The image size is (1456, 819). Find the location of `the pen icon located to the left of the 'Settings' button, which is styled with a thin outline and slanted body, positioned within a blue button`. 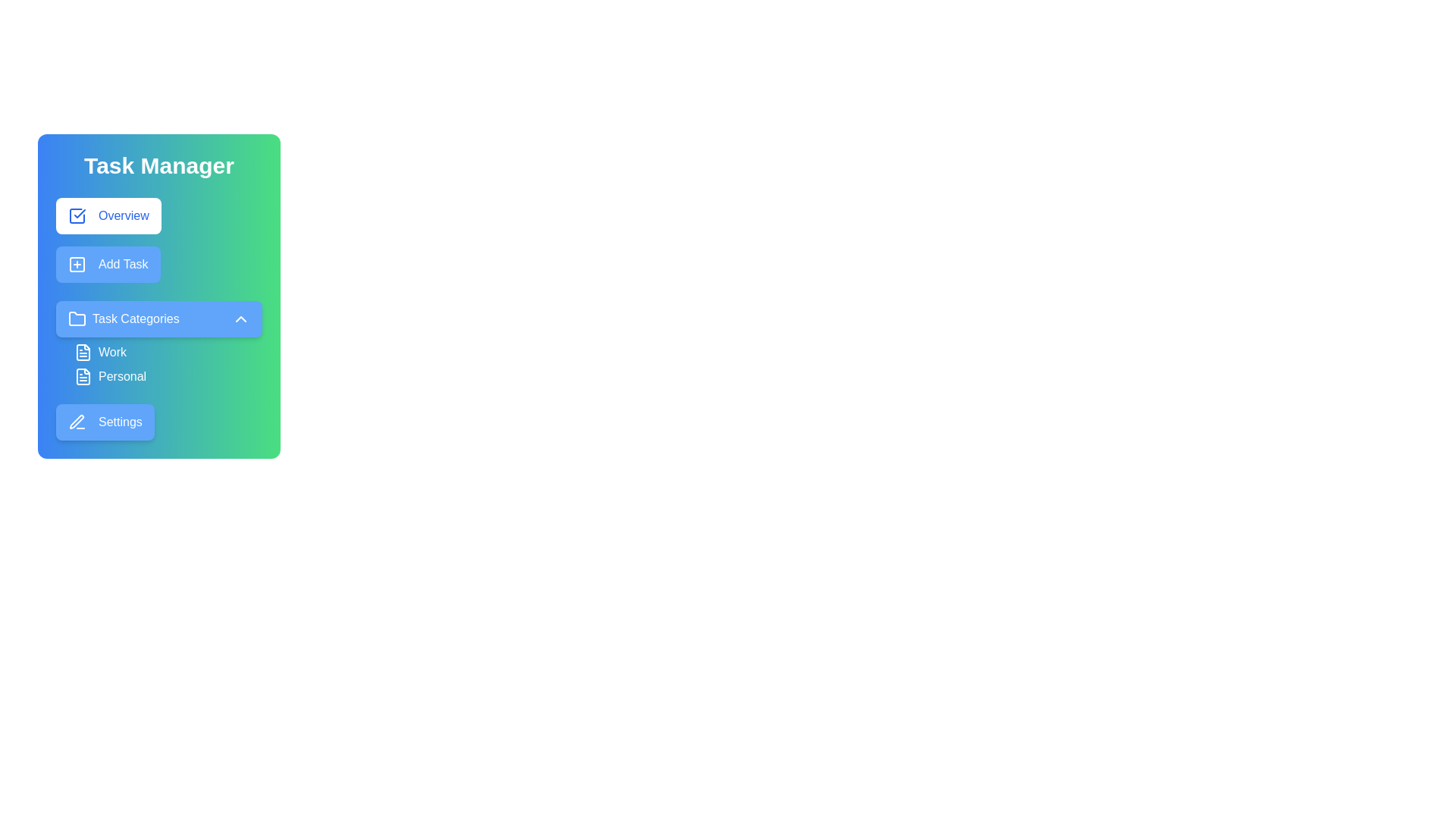

the pen icon located to the left of the 'Settings' button, which is styled with a thin outline and slanted body, positioned within a blue button is located at coordinates (76, 422).